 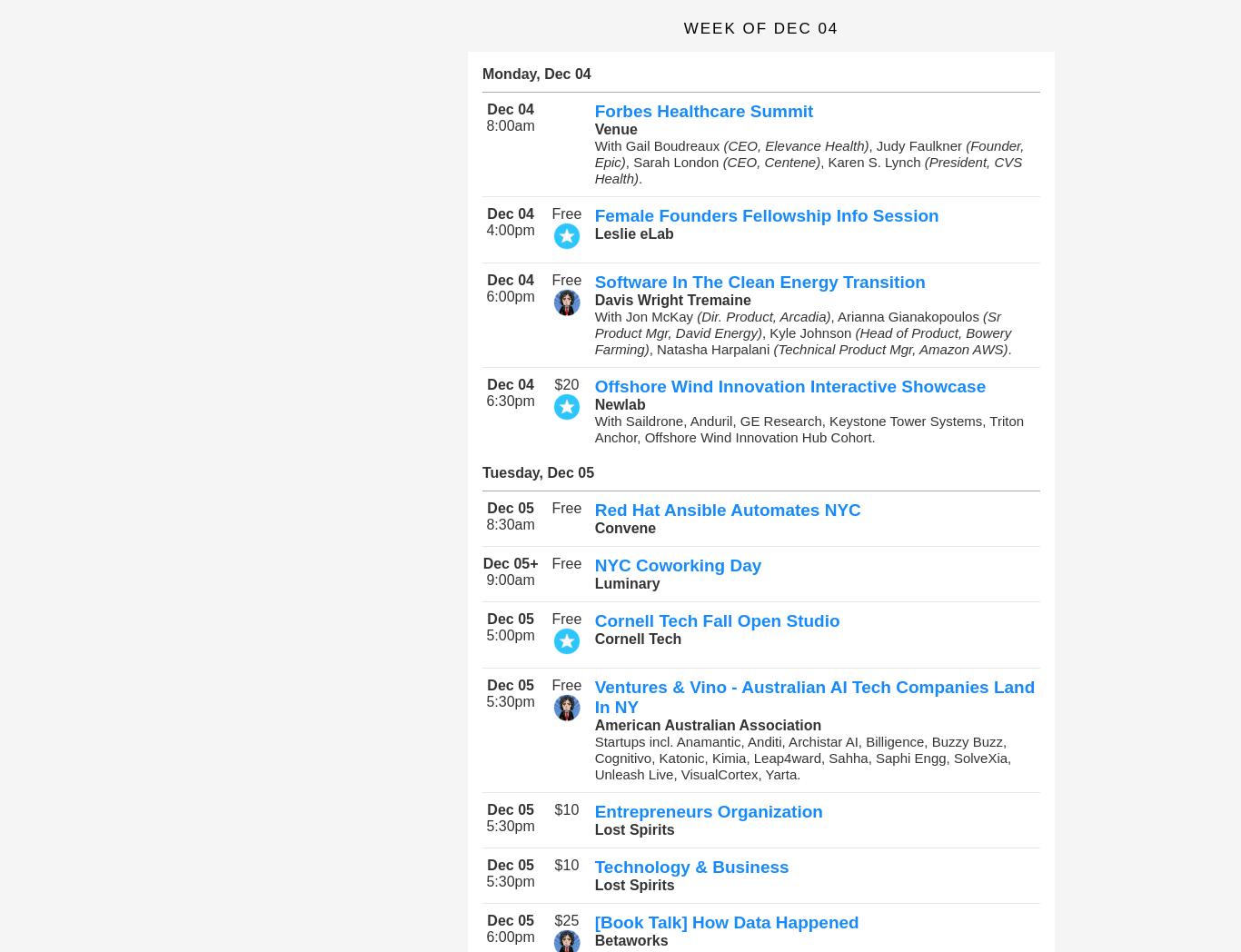 I want to click on 'Dec 05+', so click(x=510, y=562).